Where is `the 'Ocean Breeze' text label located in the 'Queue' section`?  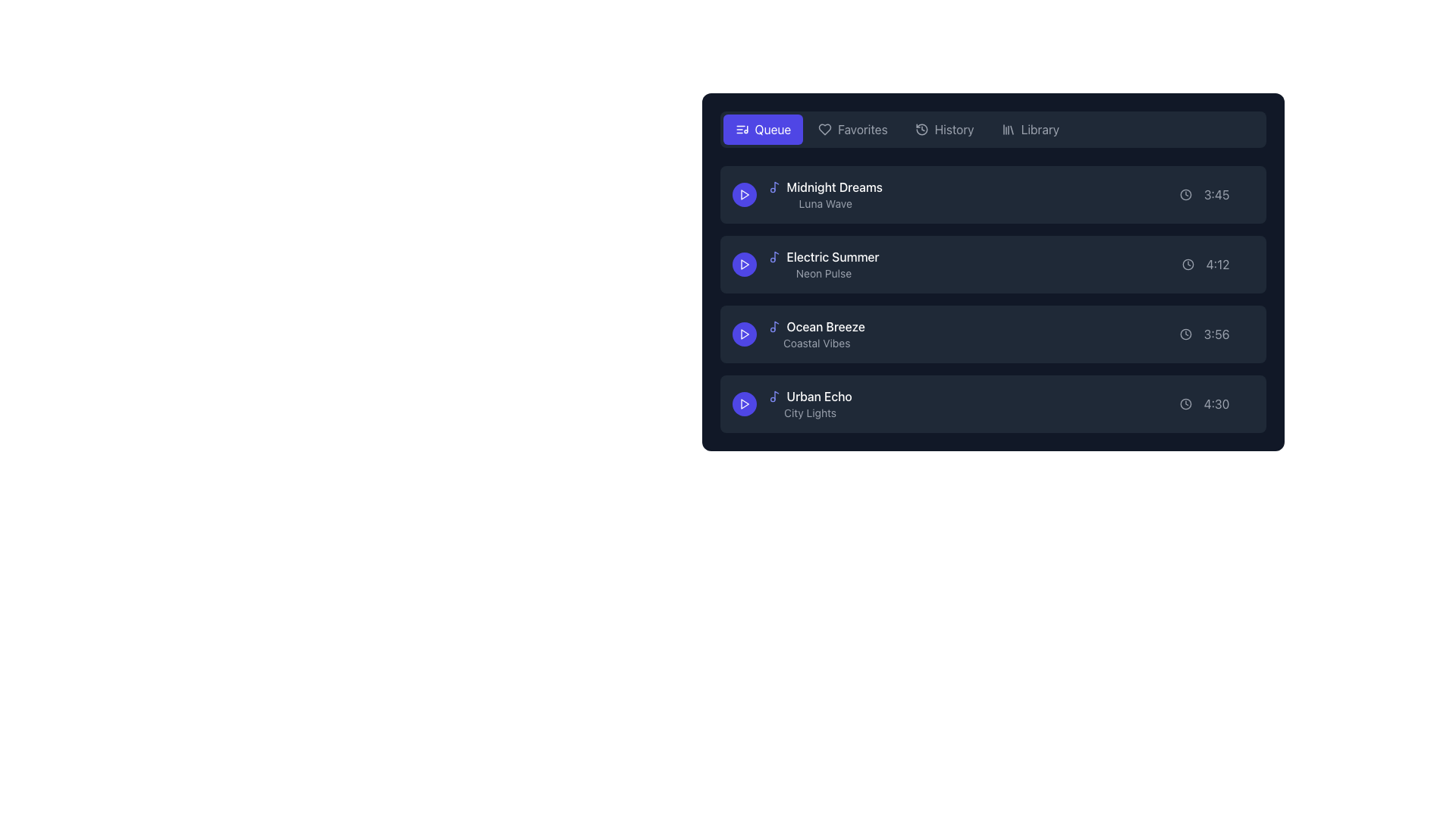
the 'Ocean Breeze' text label located in the 'Queue' section is located at coordinates (815, 333).